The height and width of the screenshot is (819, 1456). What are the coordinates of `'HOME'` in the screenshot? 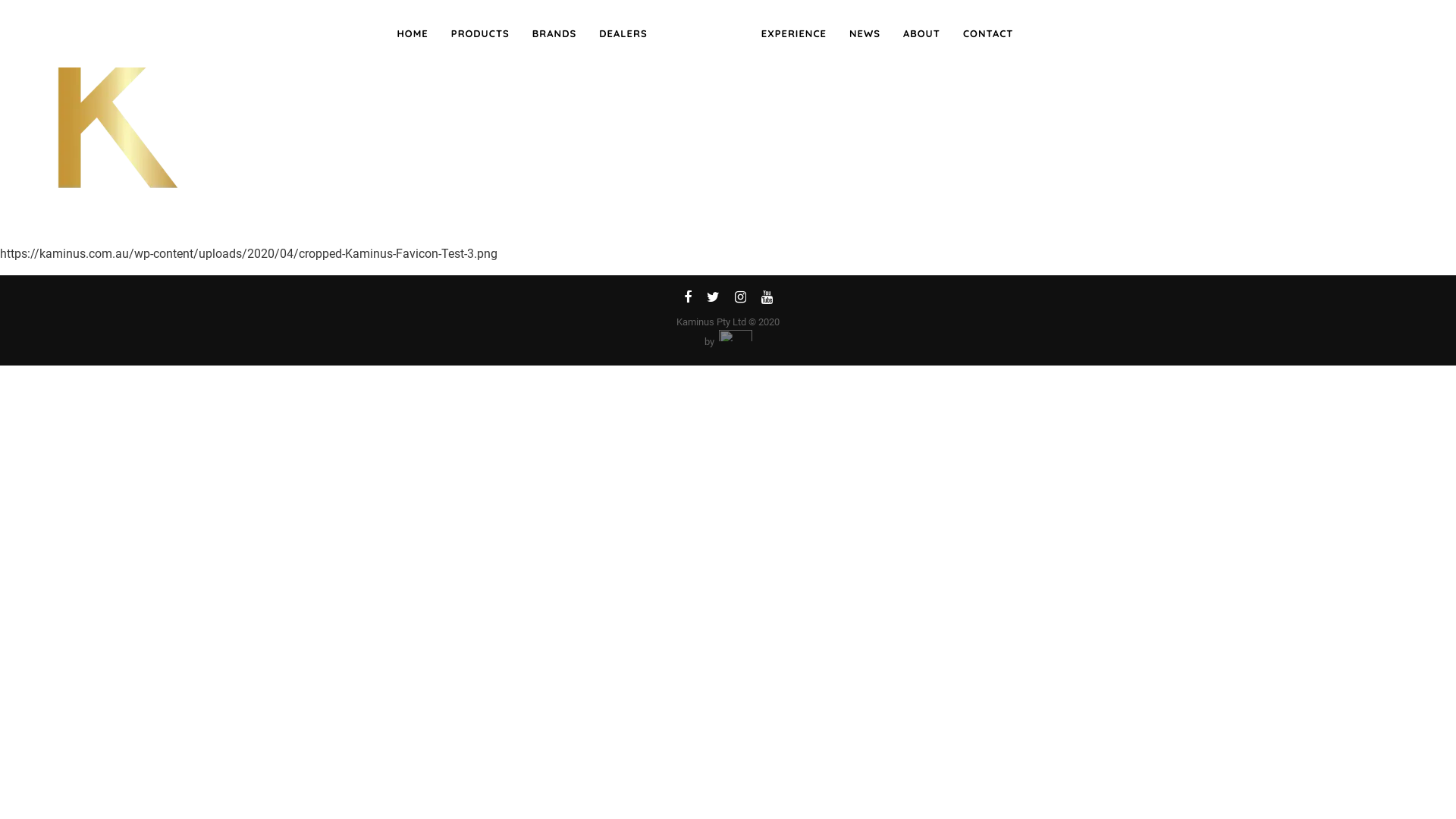 It's located at (385, 34).